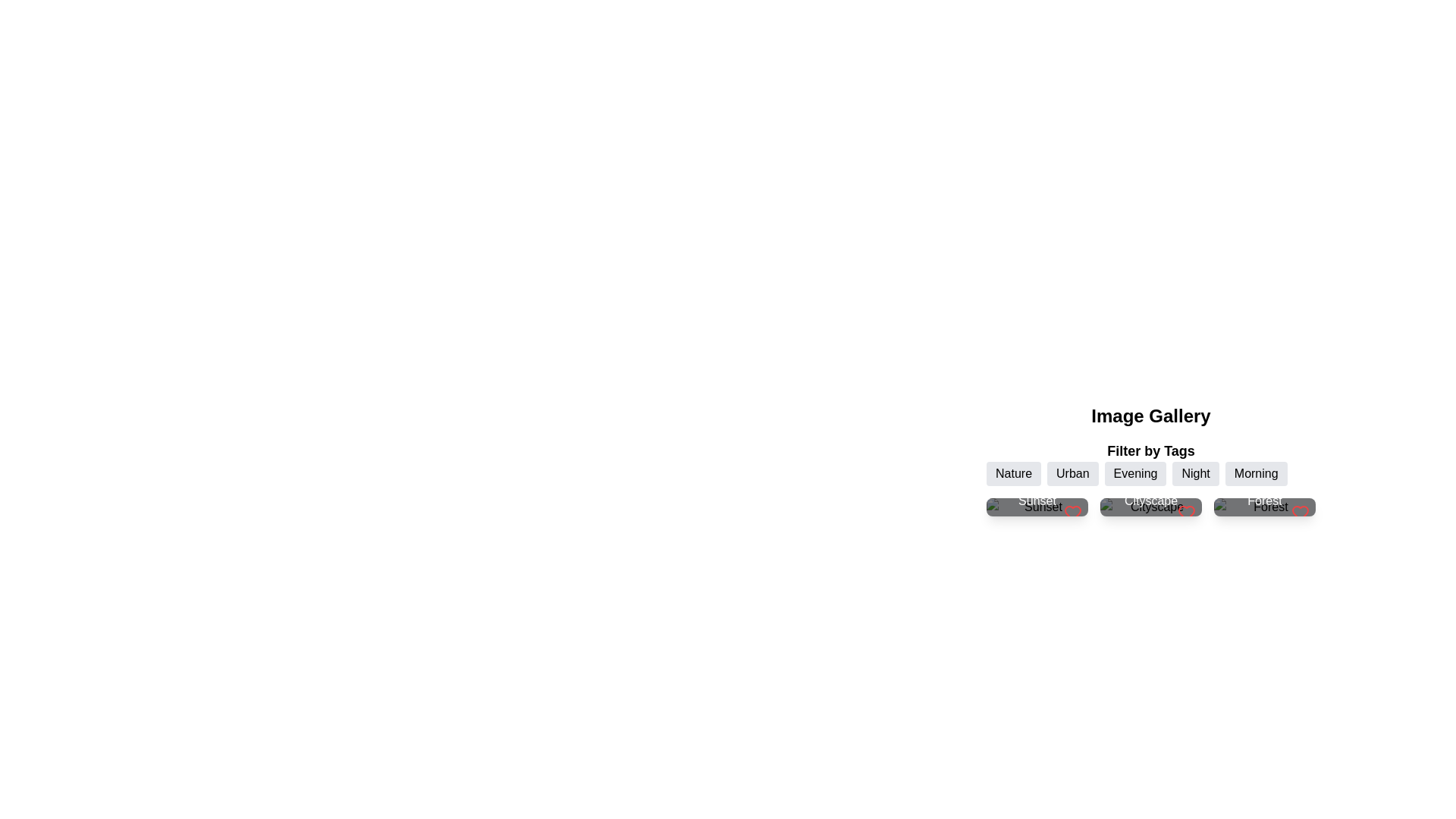 The width and height of the screenshot is (1456, 819). Describe the element at coordinates (1037, 507) in the screenshot. I see `the 'Sunset' Card, which is the first item in a horizontal grid layout, to interact with content related to it` at that location.